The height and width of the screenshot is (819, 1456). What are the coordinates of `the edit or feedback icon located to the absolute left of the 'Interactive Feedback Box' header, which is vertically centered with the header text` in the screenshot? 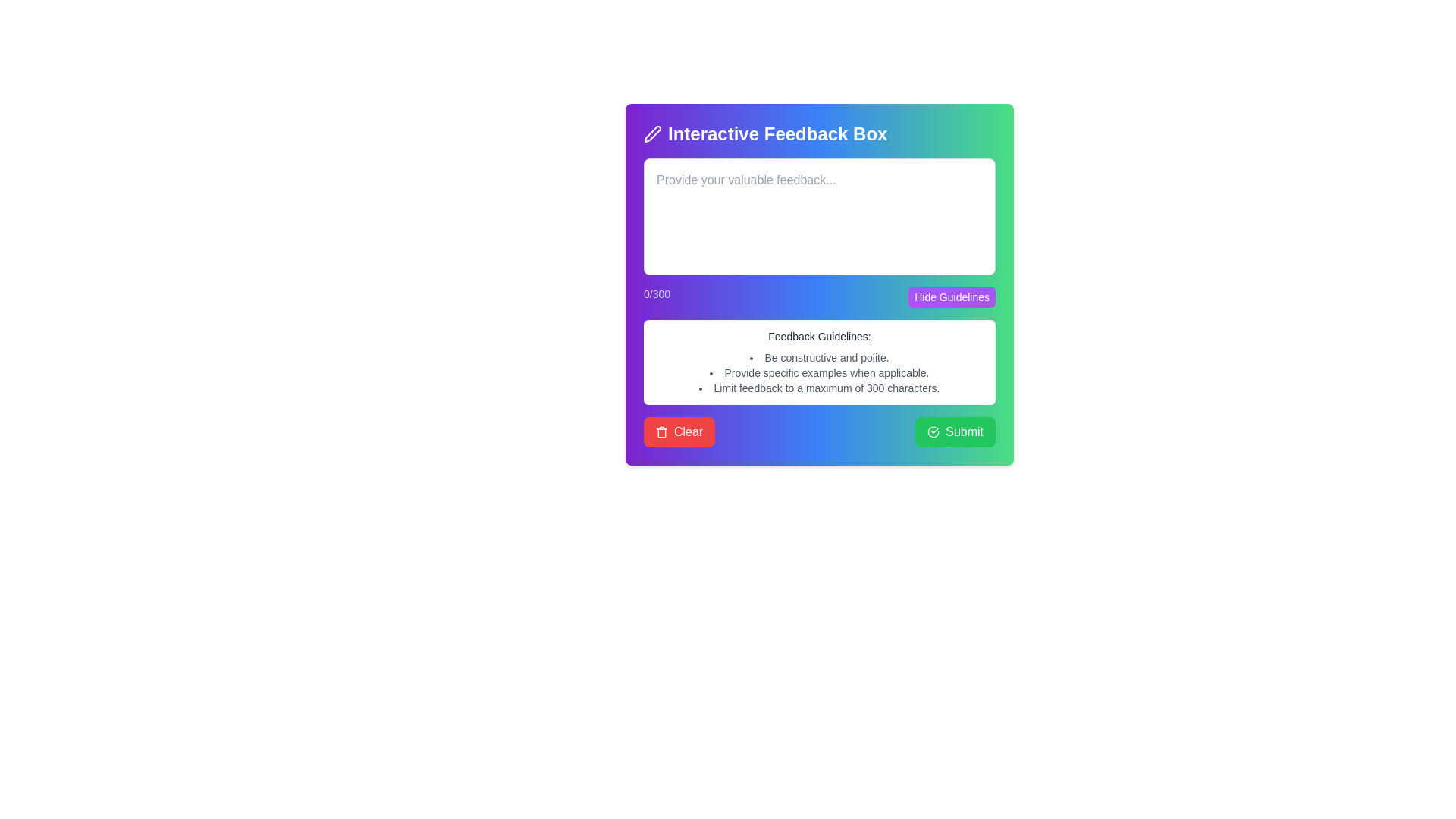 It's located at (652, 133).